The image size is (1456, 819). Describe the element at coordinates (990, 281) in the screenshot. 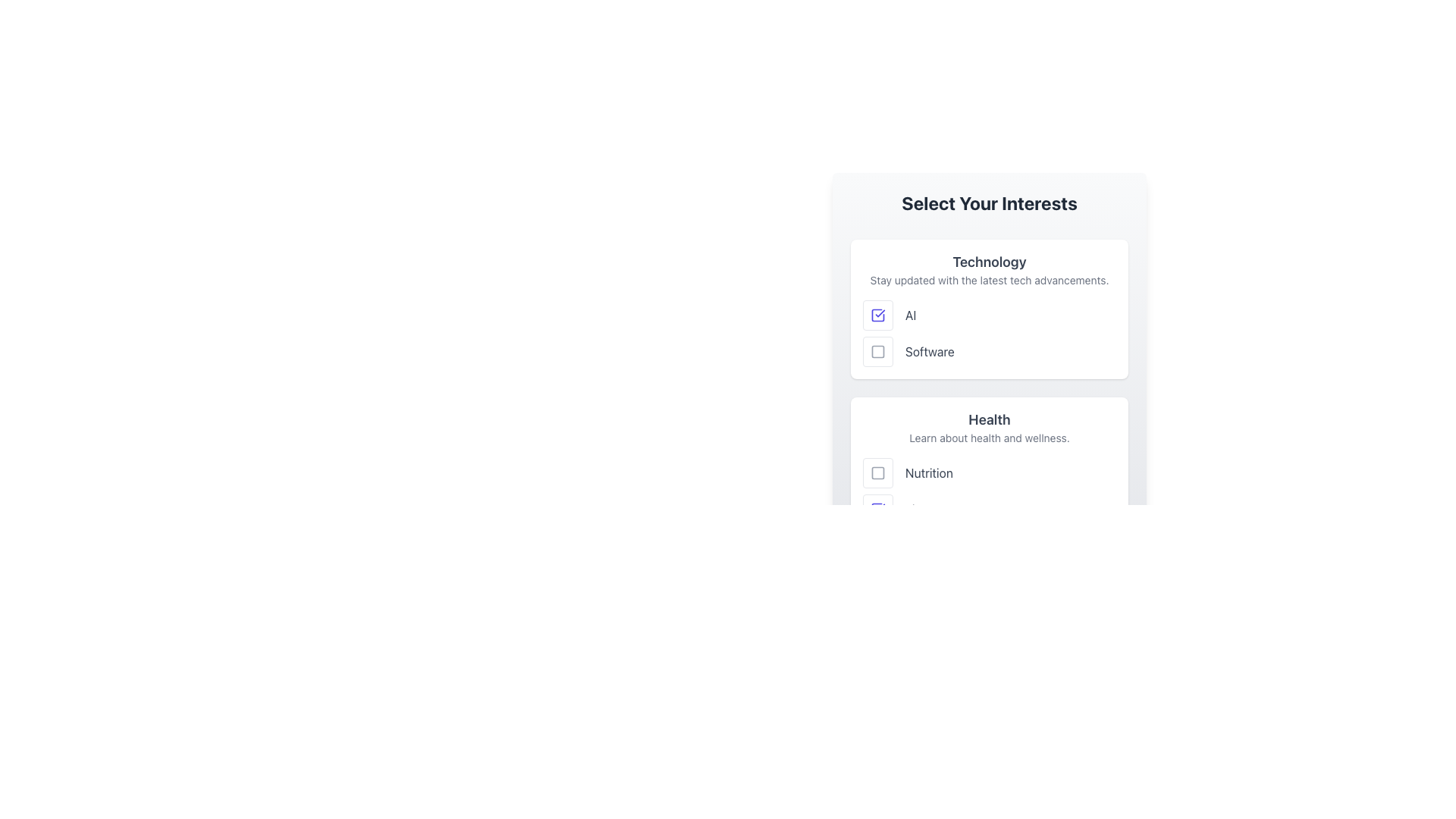

I see `the text label that reads 'Stay updated with the latest tech advancements.', which is positioned below the heading 'Technology' and above the options 'AI' and 'Software'` at that location.